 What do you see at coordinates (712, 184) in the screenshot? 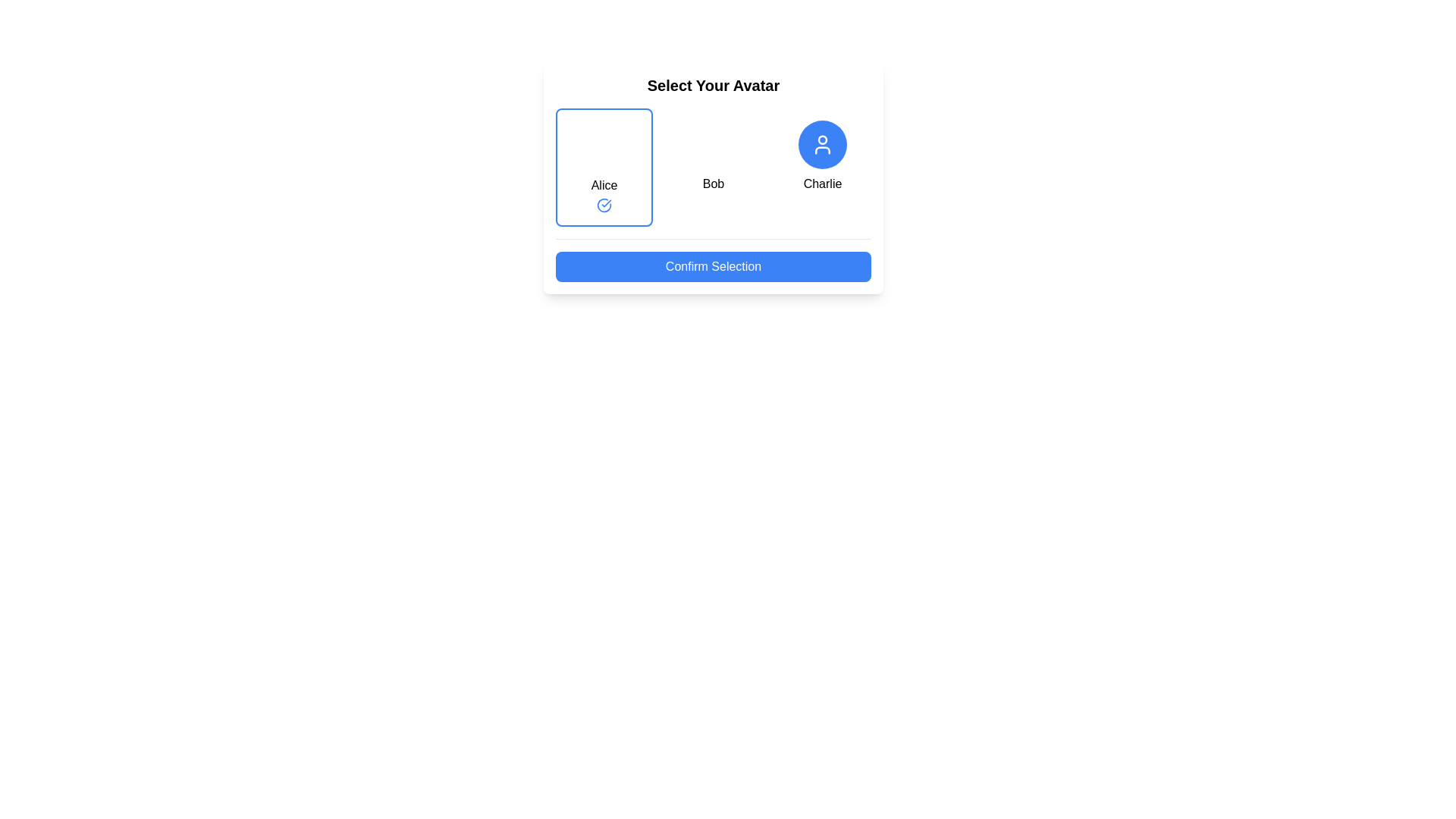
I see `the text label 'Bob' which is styled in medium font and located directly beneath the avatar icon in a vertical layout, positioned between the options 'Alice' and 'Charlie'` at bounding box center [712, 184].